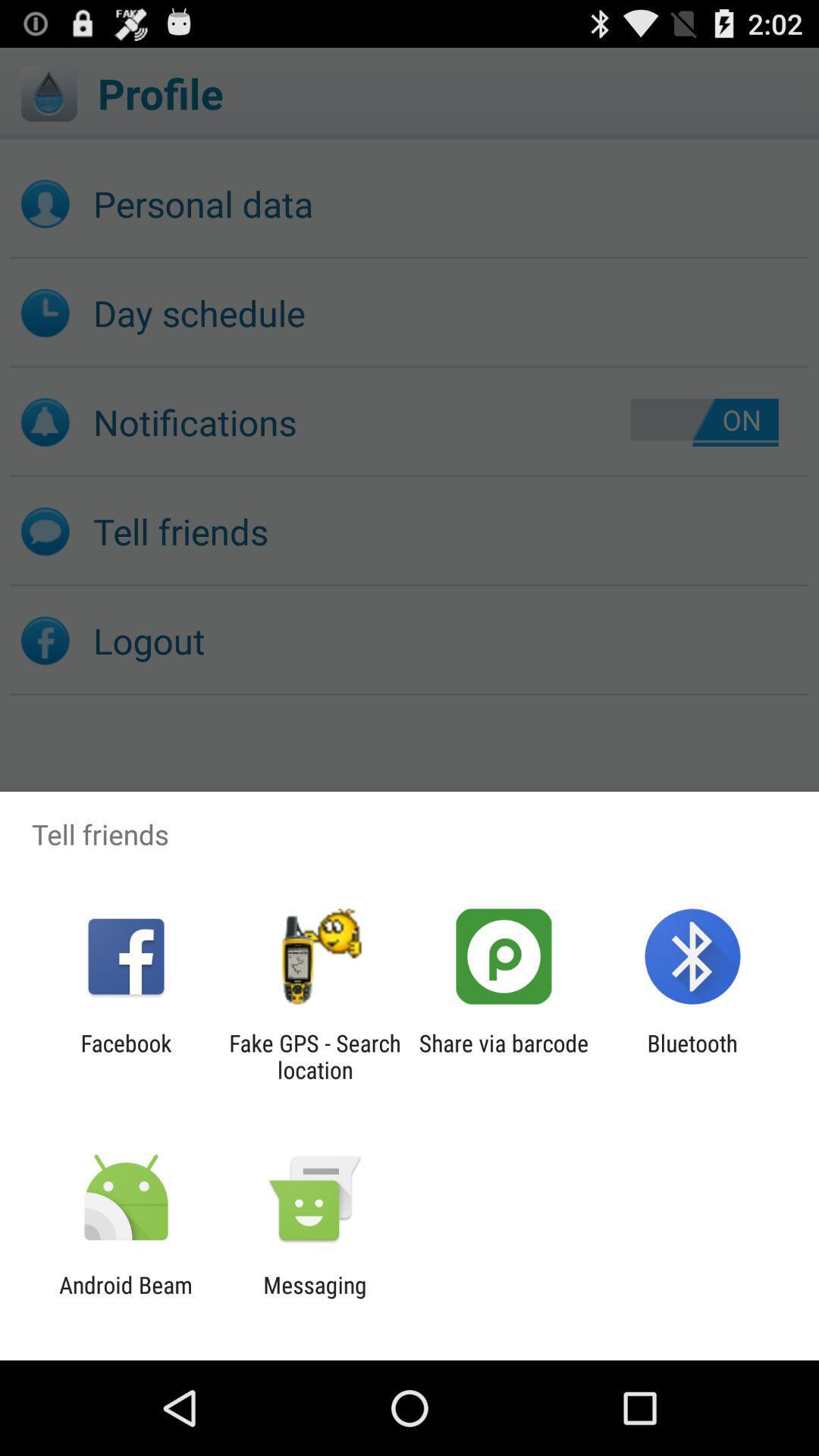 The width and height of the screenshot is (819, 1456). What do you see at coordinates (125, 1056) in the screenshot?
I see `the facebook item` at bounding box center [125, 1056].